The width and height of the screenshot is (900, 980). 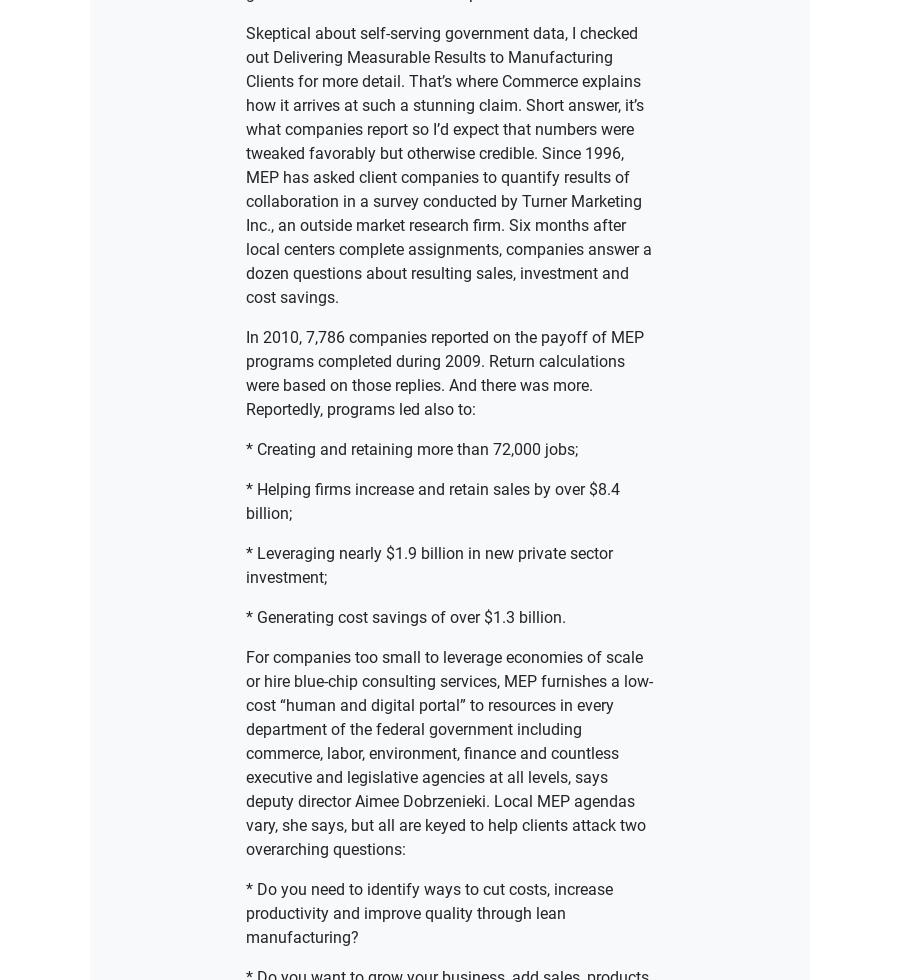 What do you see at coordinates (456, 258) in the screenshot?
I see `'All rights reserved'` at bounding box center [456, 258].